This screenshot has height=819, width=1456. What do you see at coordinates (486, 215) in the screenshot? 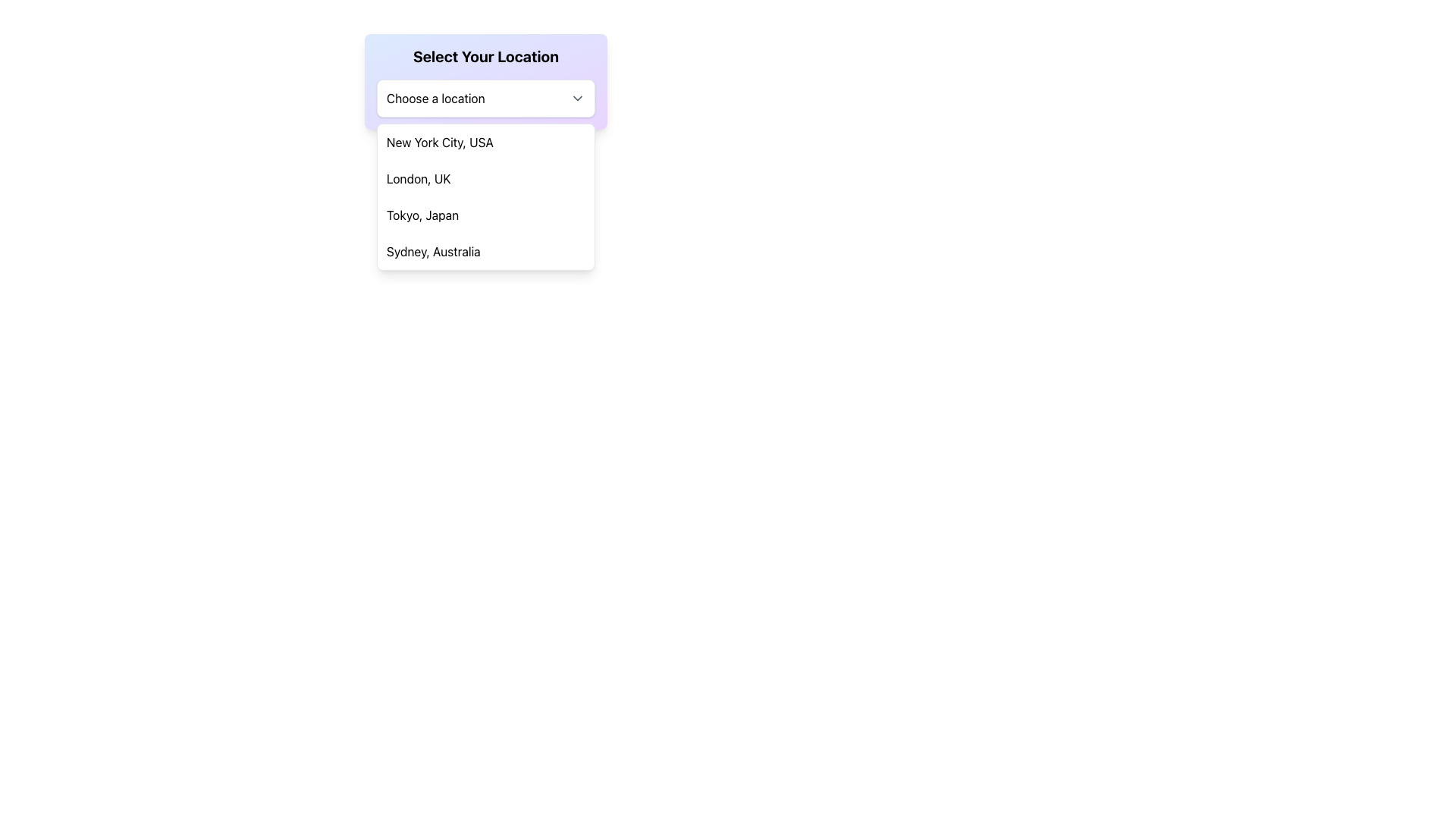
I see `to select the list item labeled 'Tokyo, Japan' from the dropdown menu, which is styled with padding and a hover effect, and is the third item in a vertical stack of options` at bounding box center [486, 215].